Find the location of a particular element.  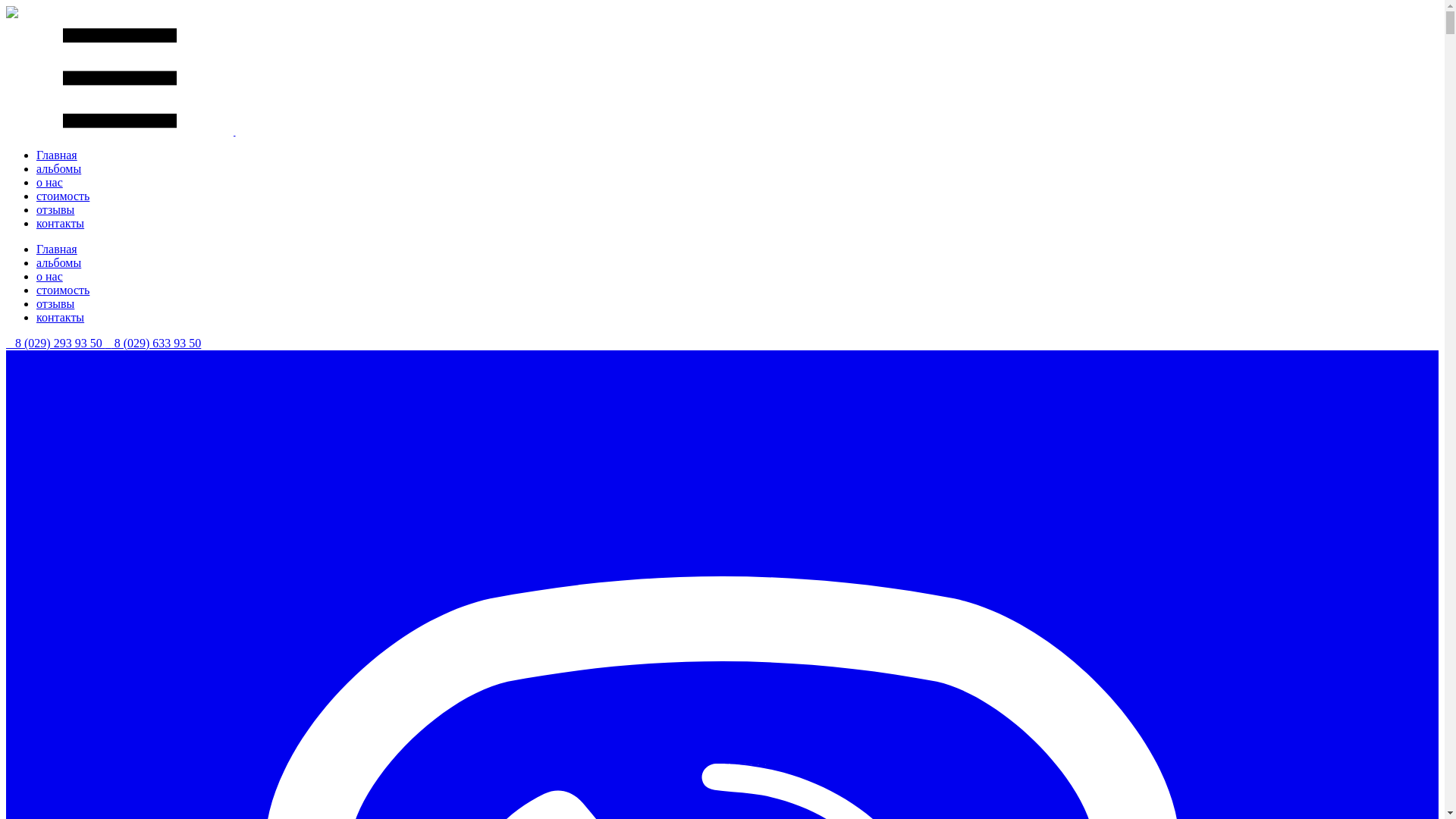

'   8 (029) 293 93 50' is located at coordinates (6, 343).